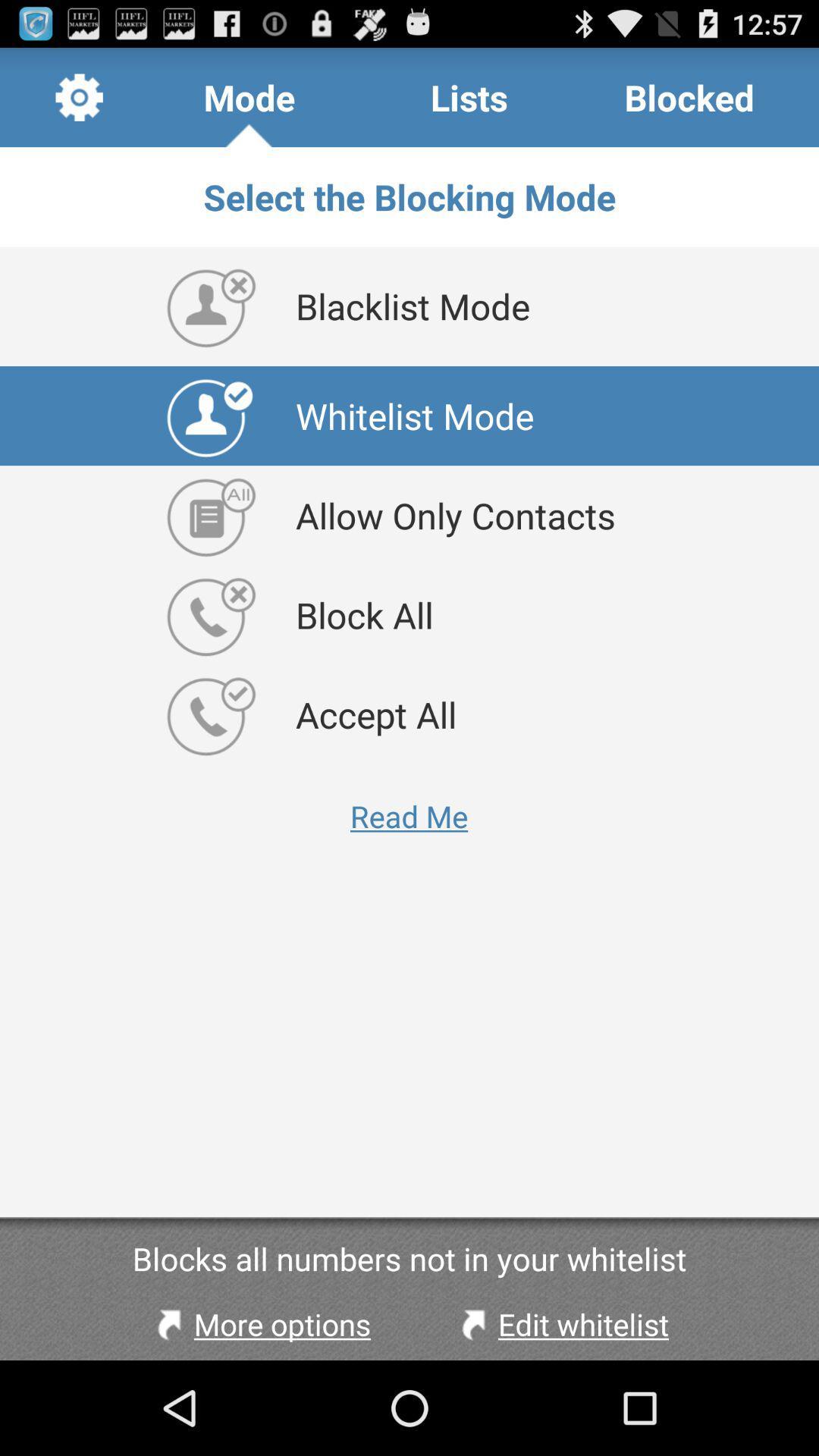 The image size is (819, 1456). I want to click on the lists icon, so click(469, 96).